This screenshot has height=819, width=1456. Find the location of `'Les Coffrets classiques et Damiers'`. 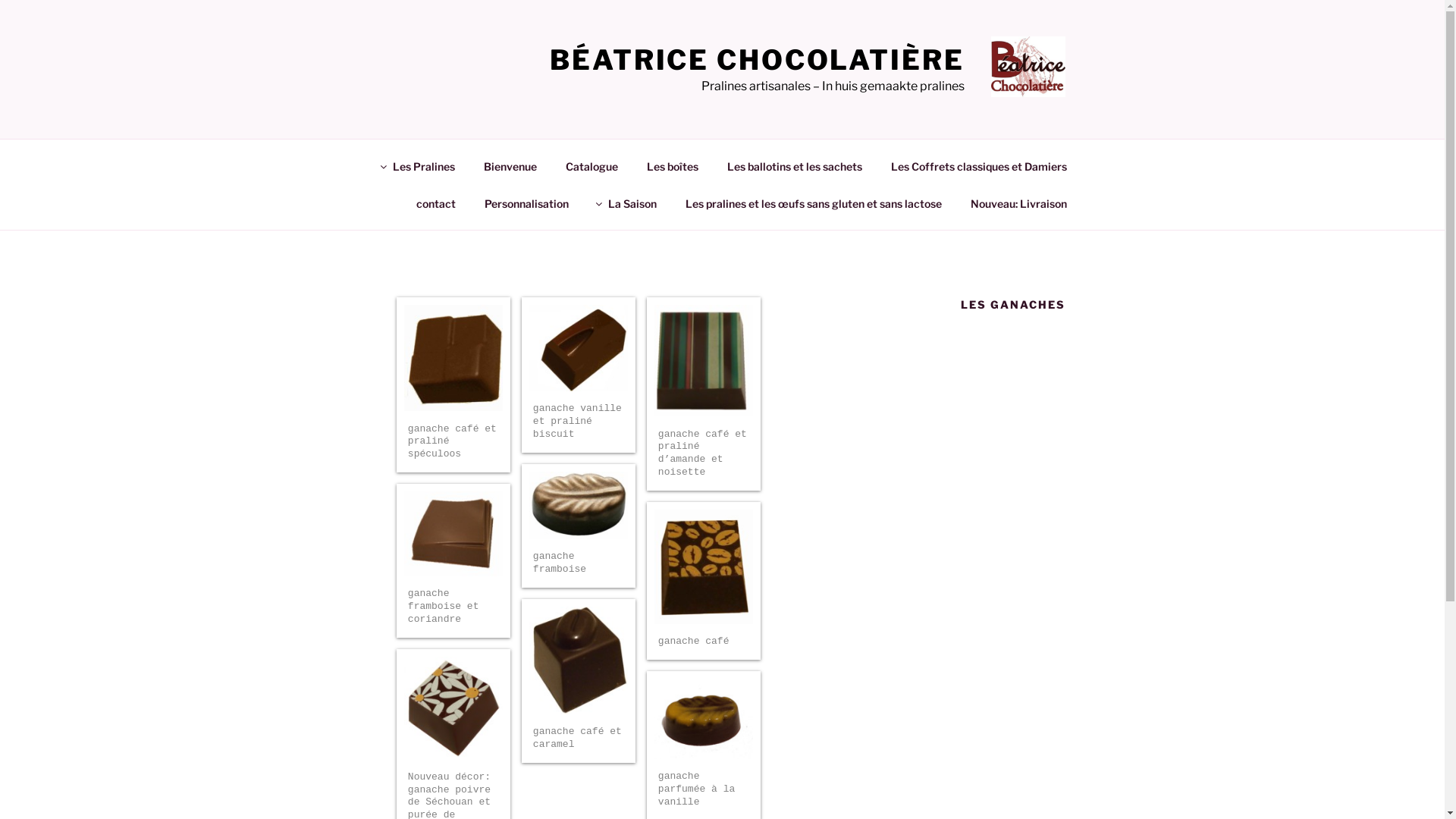

'Les Coffrets classiques et Damiers' is located at coordinates (877, 165).